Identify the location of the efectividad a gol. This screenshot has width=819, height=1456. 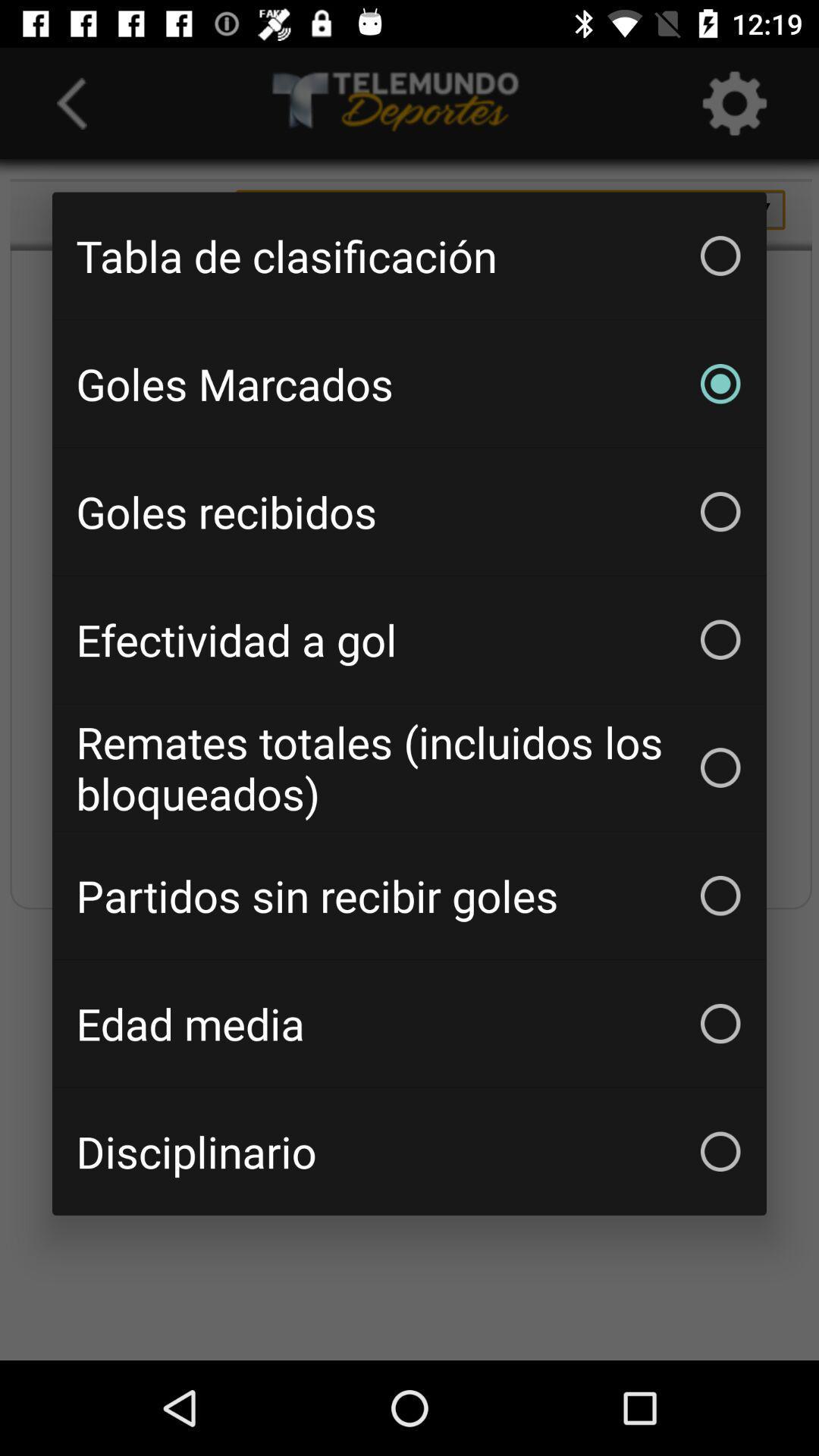
(409, 639).